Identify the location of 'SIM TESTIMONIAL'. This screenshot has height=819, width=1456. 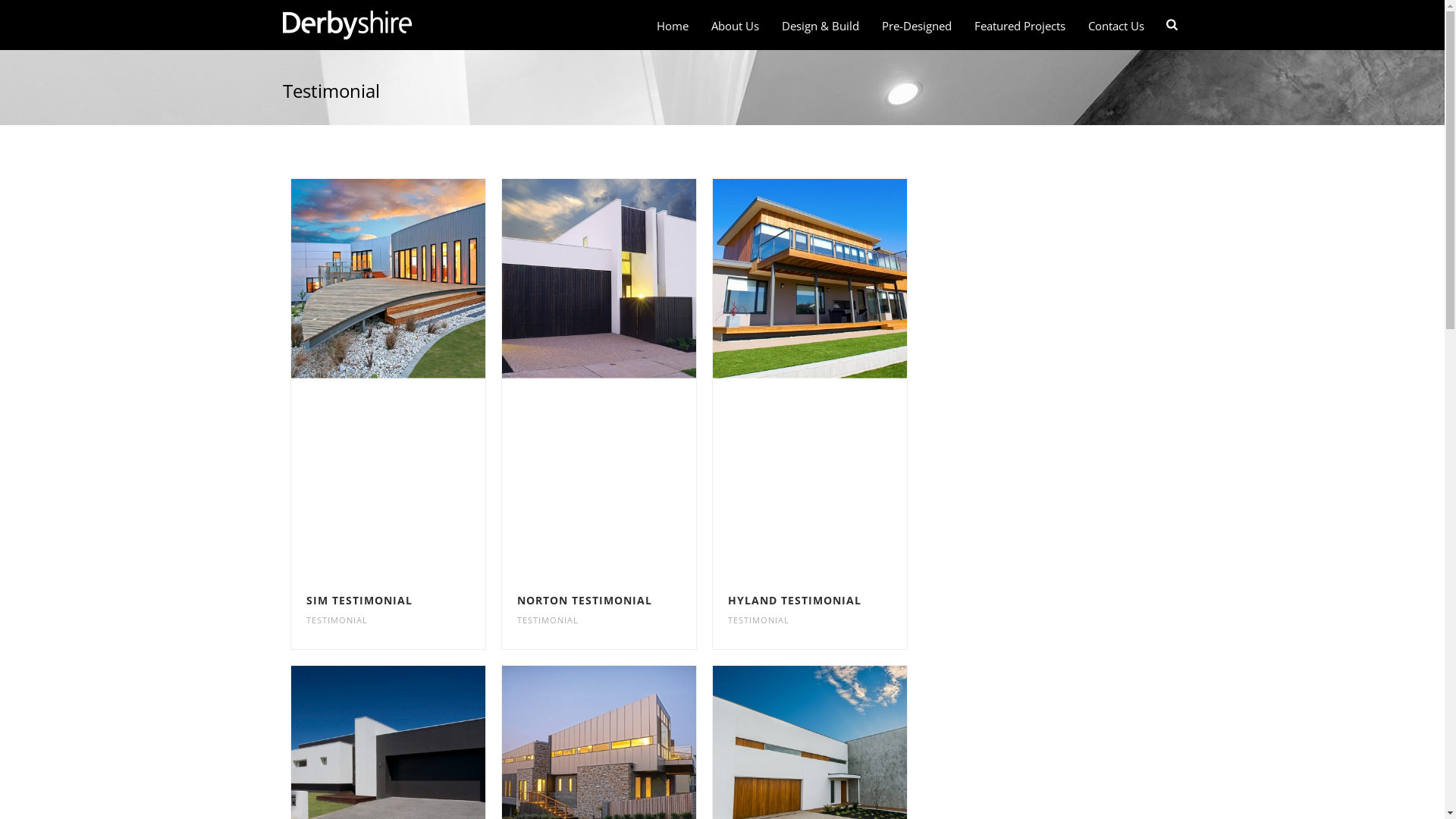
(359, 599).